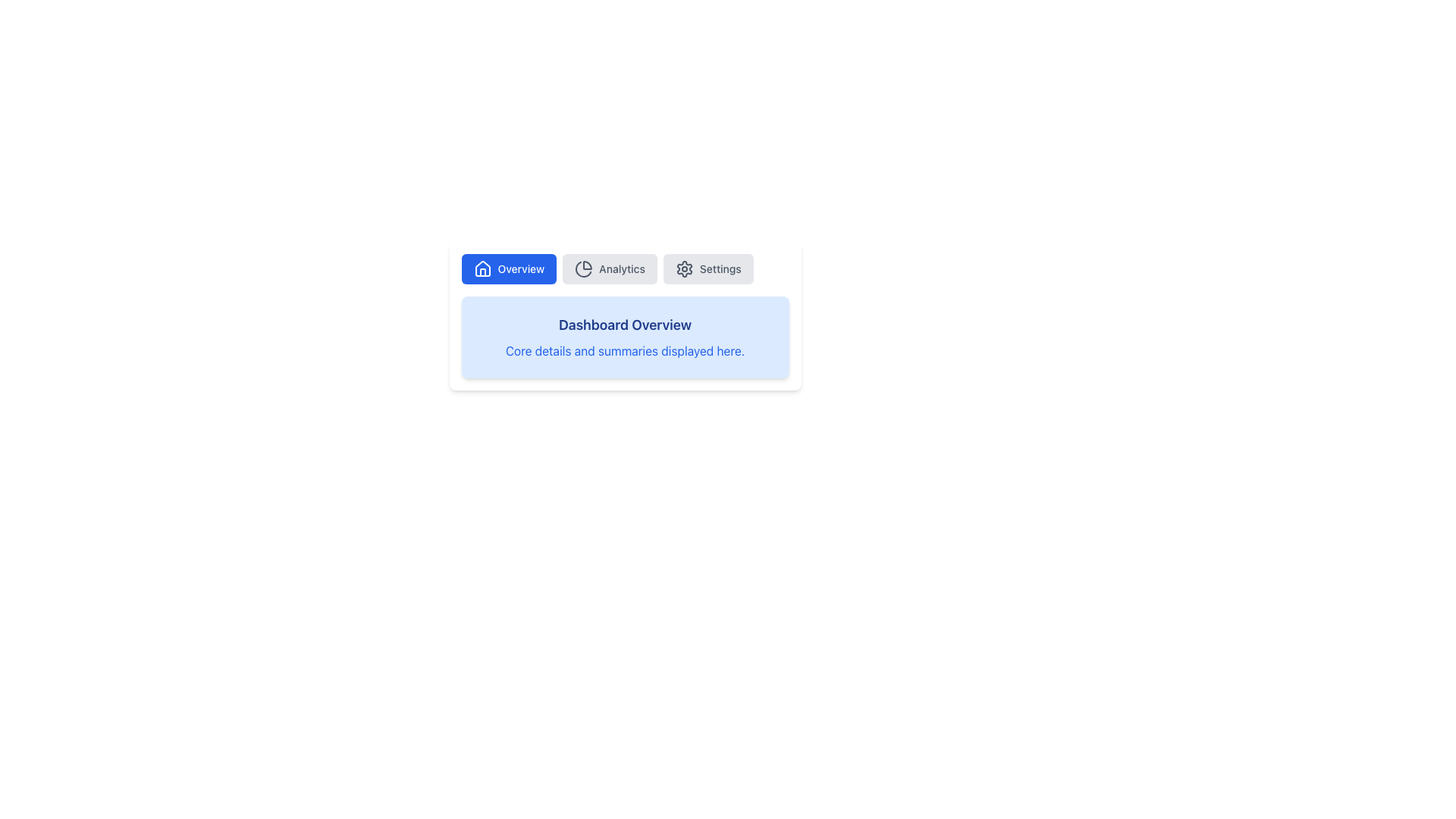 The image size is (1456, 819). Describe the element at coordinates (509, 268) in the screenshot. I see `the 'Overview' button located at the leftmost part of the horizontal menu bar` at that location.